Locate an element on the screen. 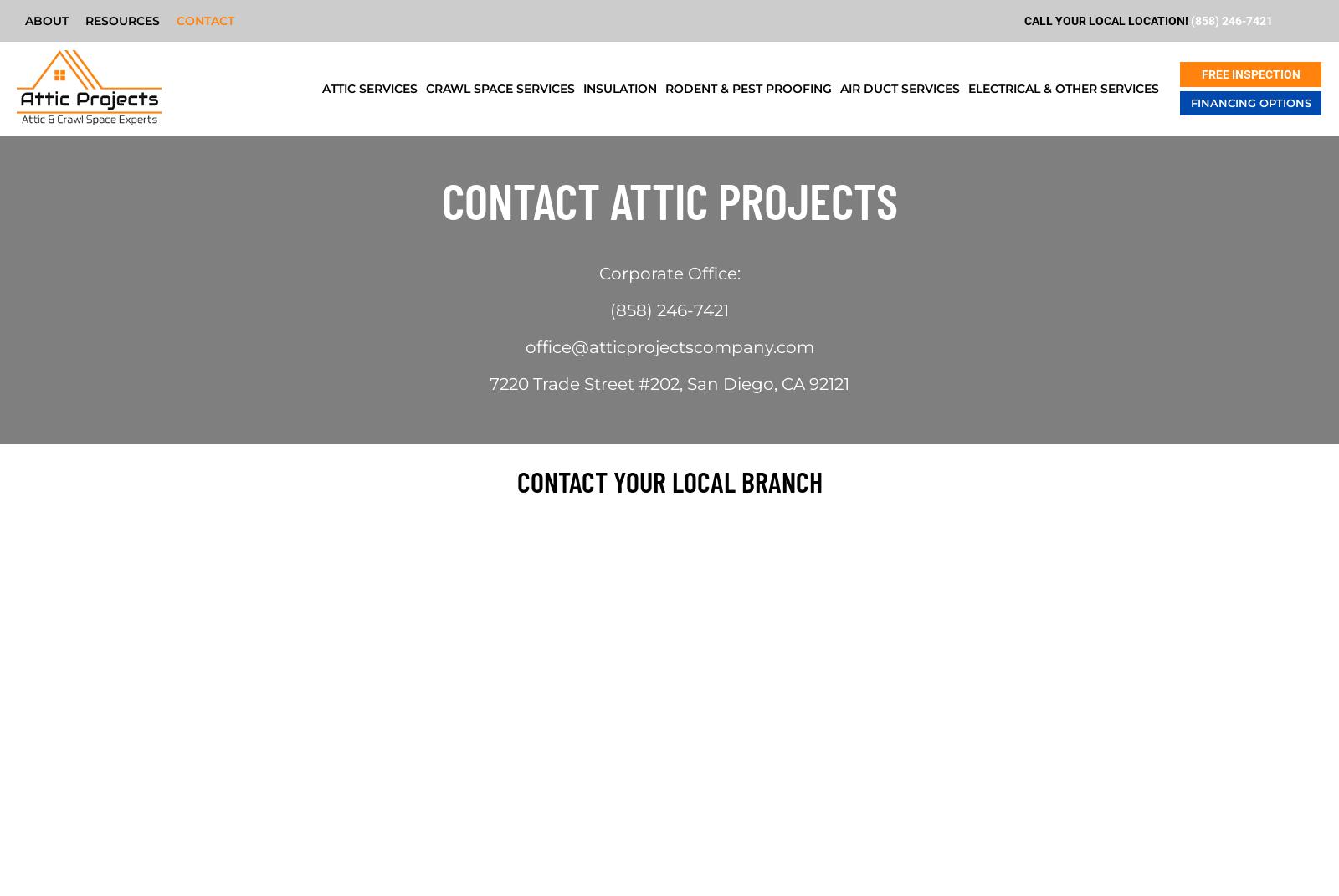  'Attic Services' is located at coordinates (368, 89).